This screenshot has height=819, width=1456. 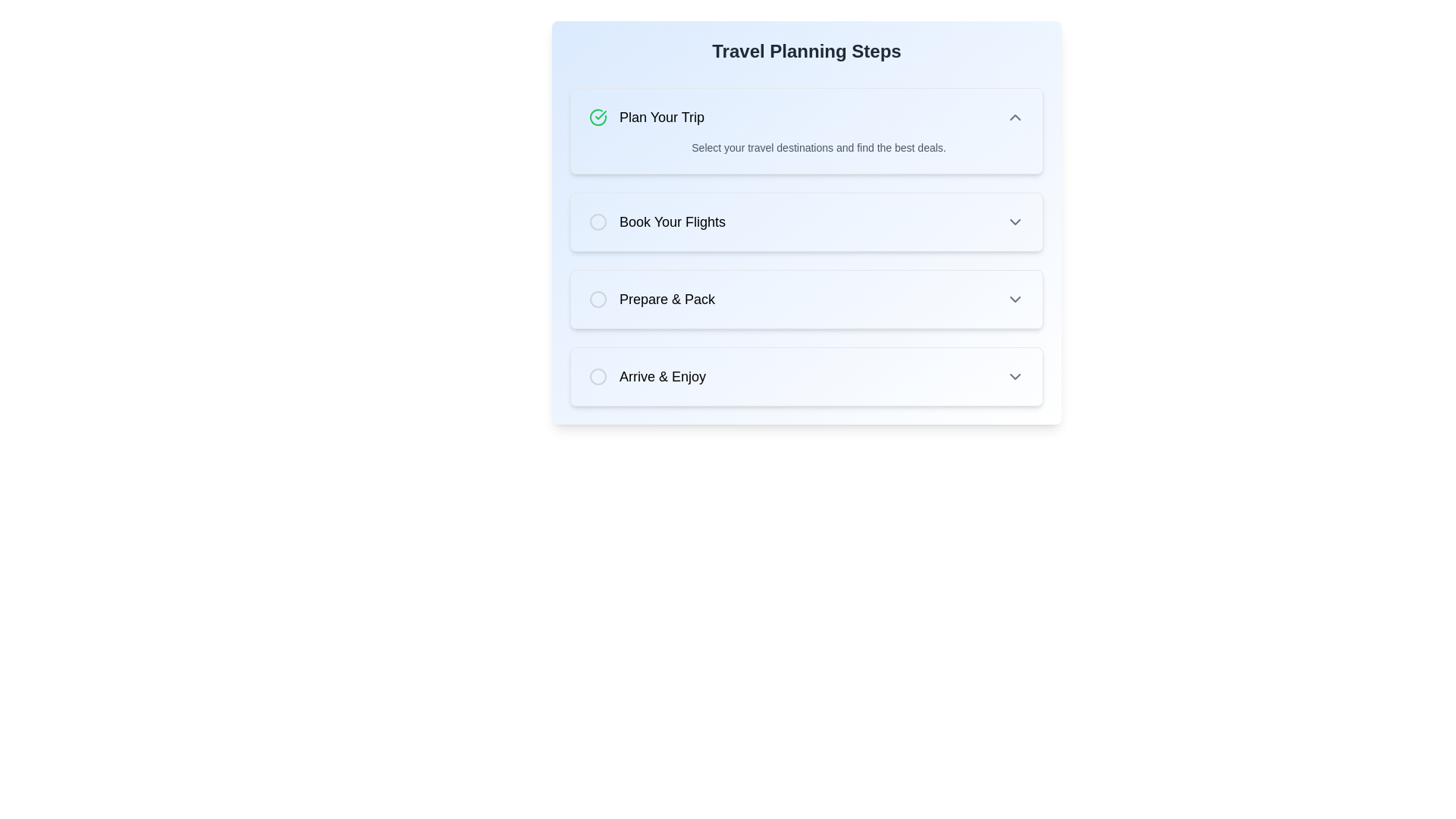 What do you see at coordinates (667, 299) in the screenshot?
I see `the text label representing the step title 'Prepare & Pack' in the travel planning process, which is the second item in the list of 'Travel Planning Steps'` at bounding box center [667, 299].